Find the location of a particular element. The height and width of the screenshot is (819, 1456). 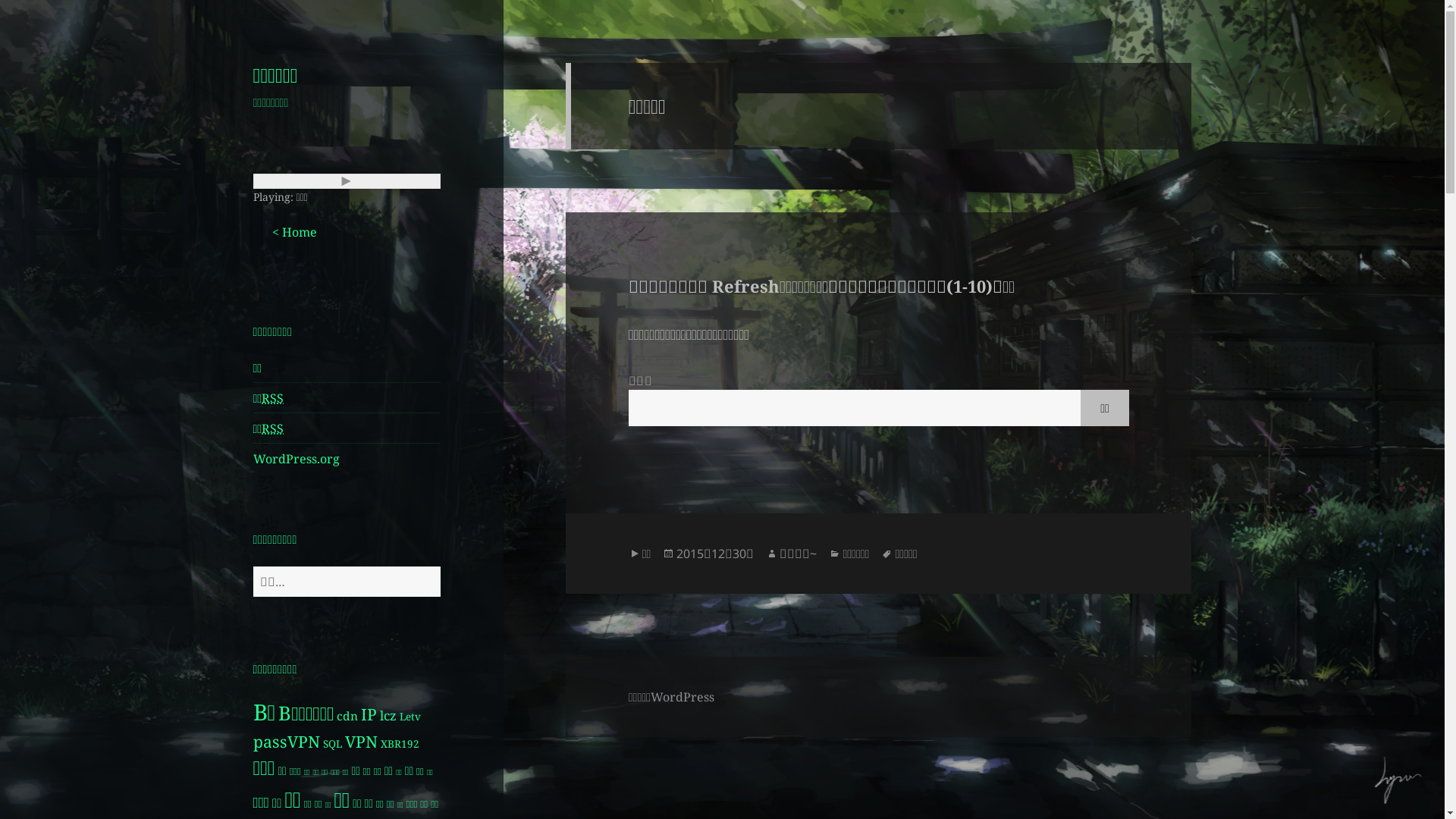

'Letv' is located at coordinates (410, 717).